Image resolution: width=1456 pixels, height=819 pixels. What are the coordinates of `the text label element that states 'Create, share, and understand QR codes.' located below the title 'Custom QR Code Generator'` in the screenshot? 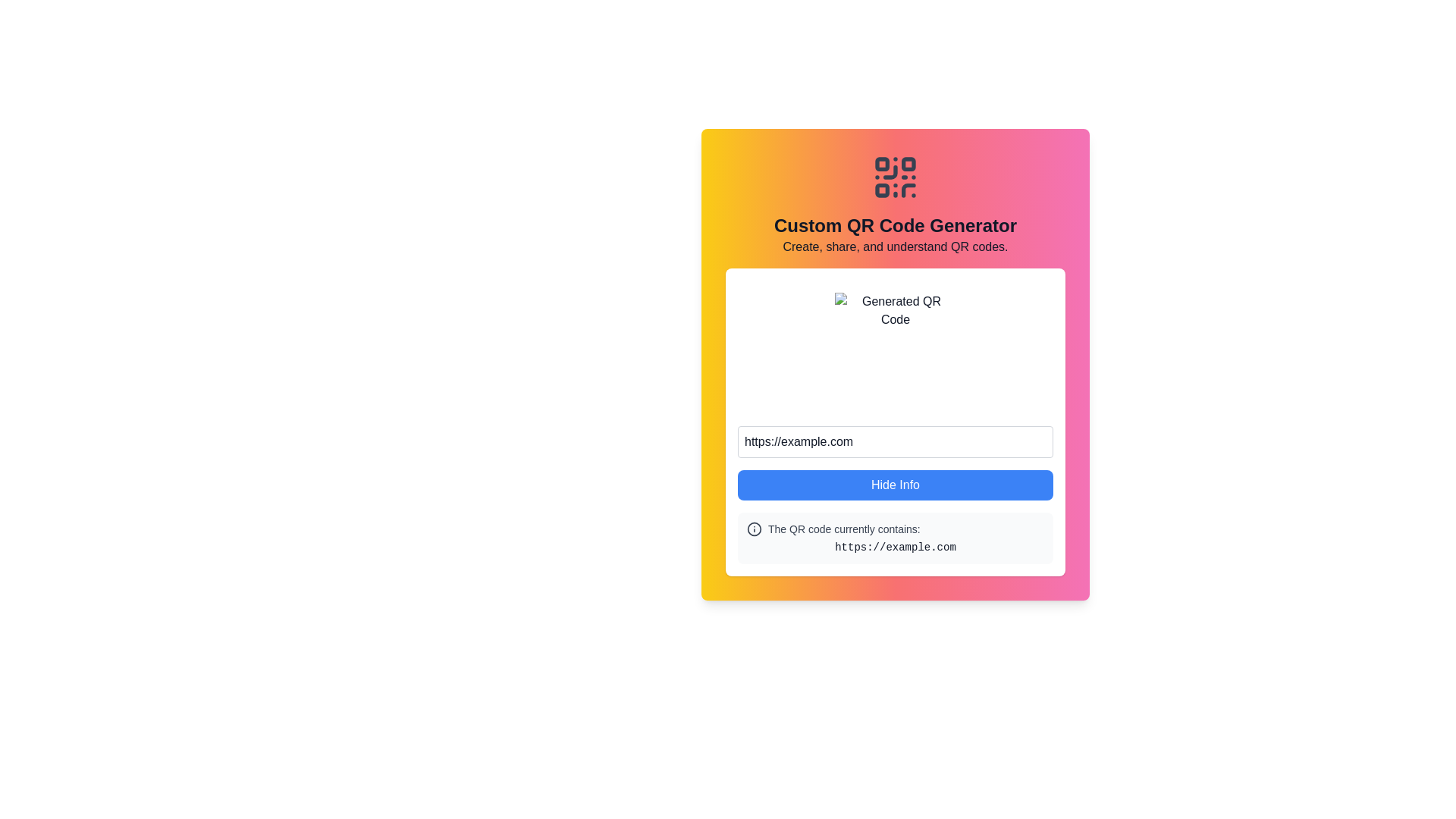 It's located at (895, 246).